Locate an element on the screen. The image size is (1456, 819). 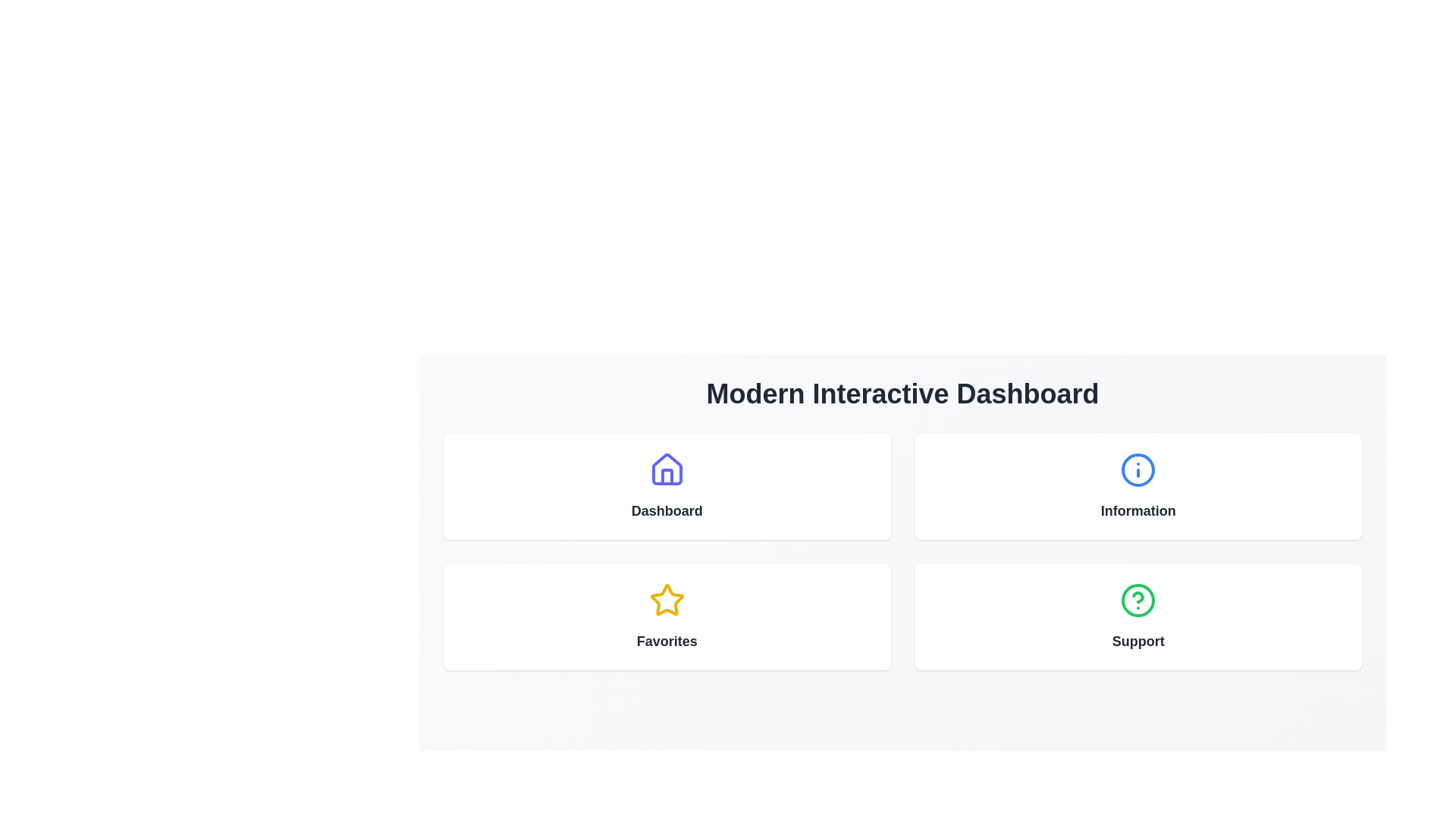
the house-shaped icon with a blue outline is located at coordinates (667, 469).